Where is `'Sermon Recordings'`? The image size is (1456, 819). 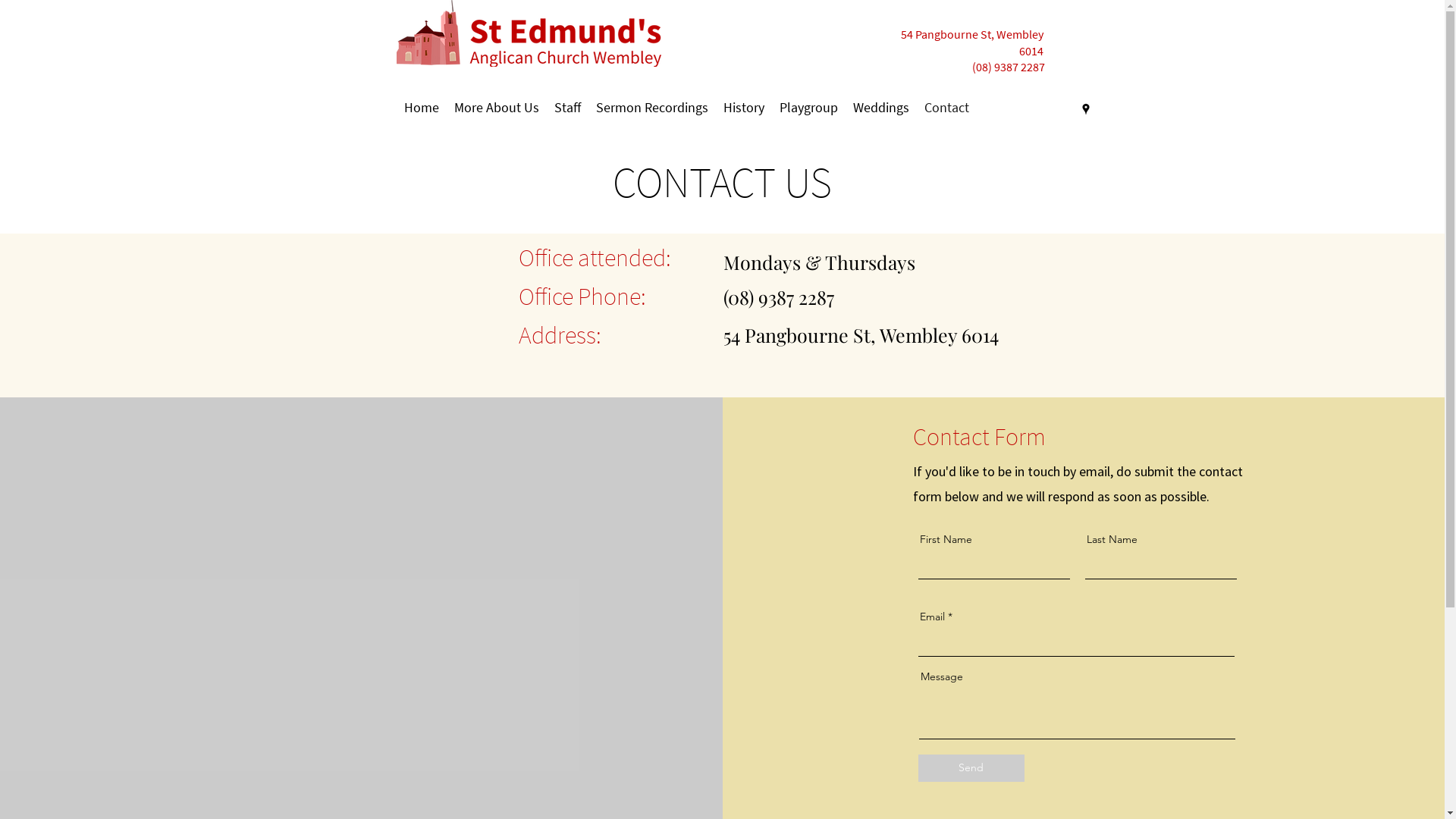
'Sermon Recordings' is located at coordinates (651, 107).